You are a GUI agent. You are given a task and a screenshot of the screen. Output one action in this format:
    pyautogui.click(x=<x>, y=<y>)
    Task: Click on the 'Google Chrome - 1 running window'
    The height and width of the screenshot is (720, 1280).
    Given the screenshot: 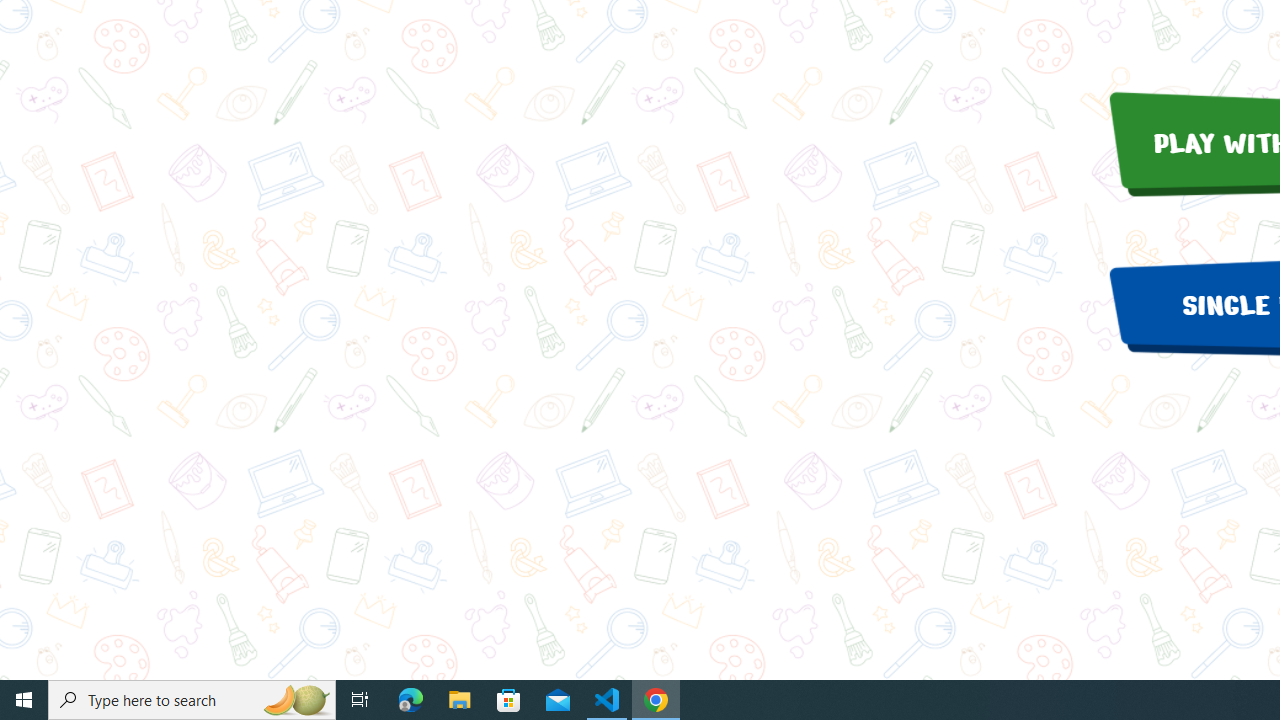 What is the action you would take?
    pyautogui.click(x=656, y=698)
    